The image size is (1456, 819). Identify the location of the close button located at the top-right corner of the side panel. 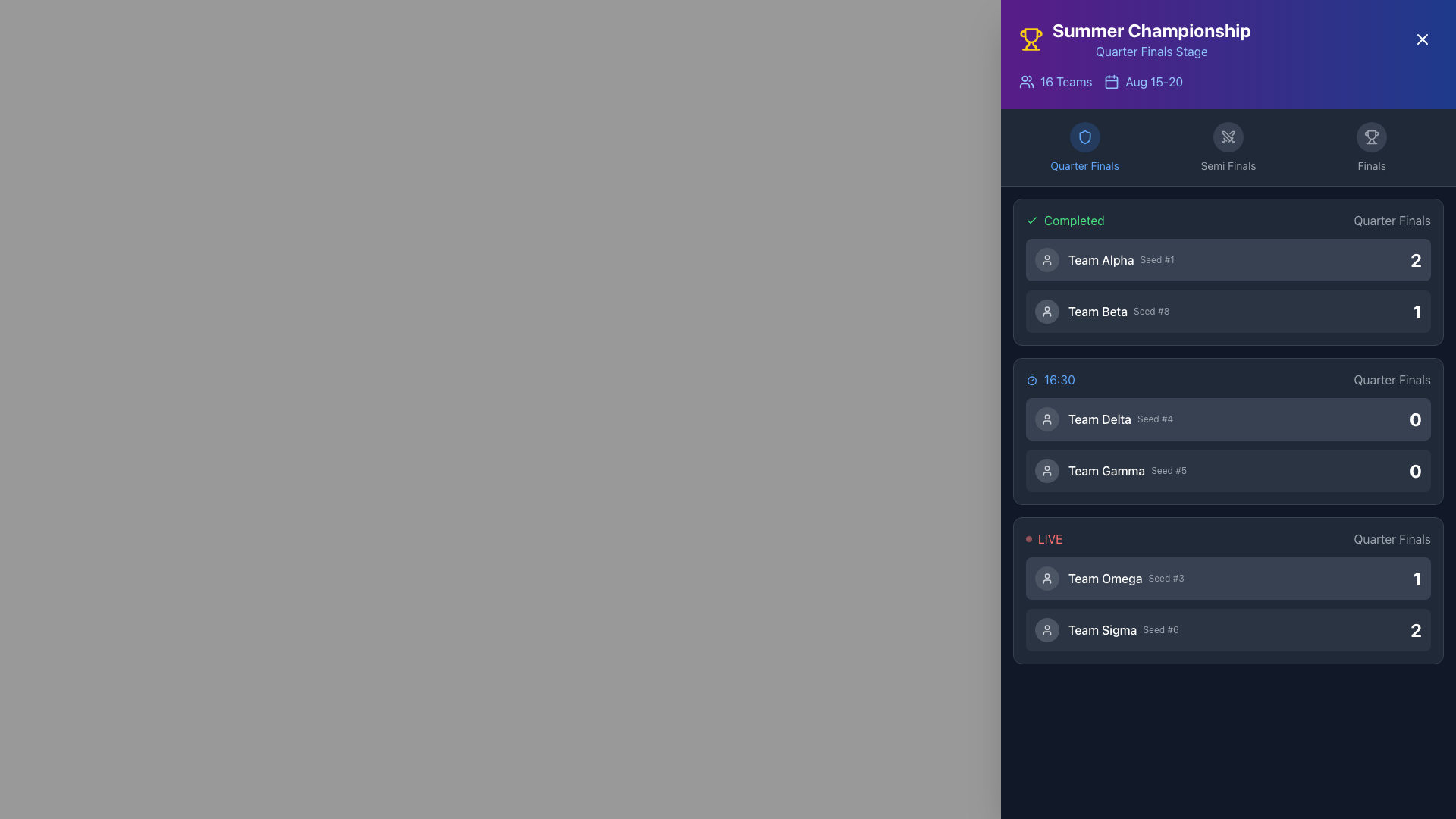
(1422, 38).